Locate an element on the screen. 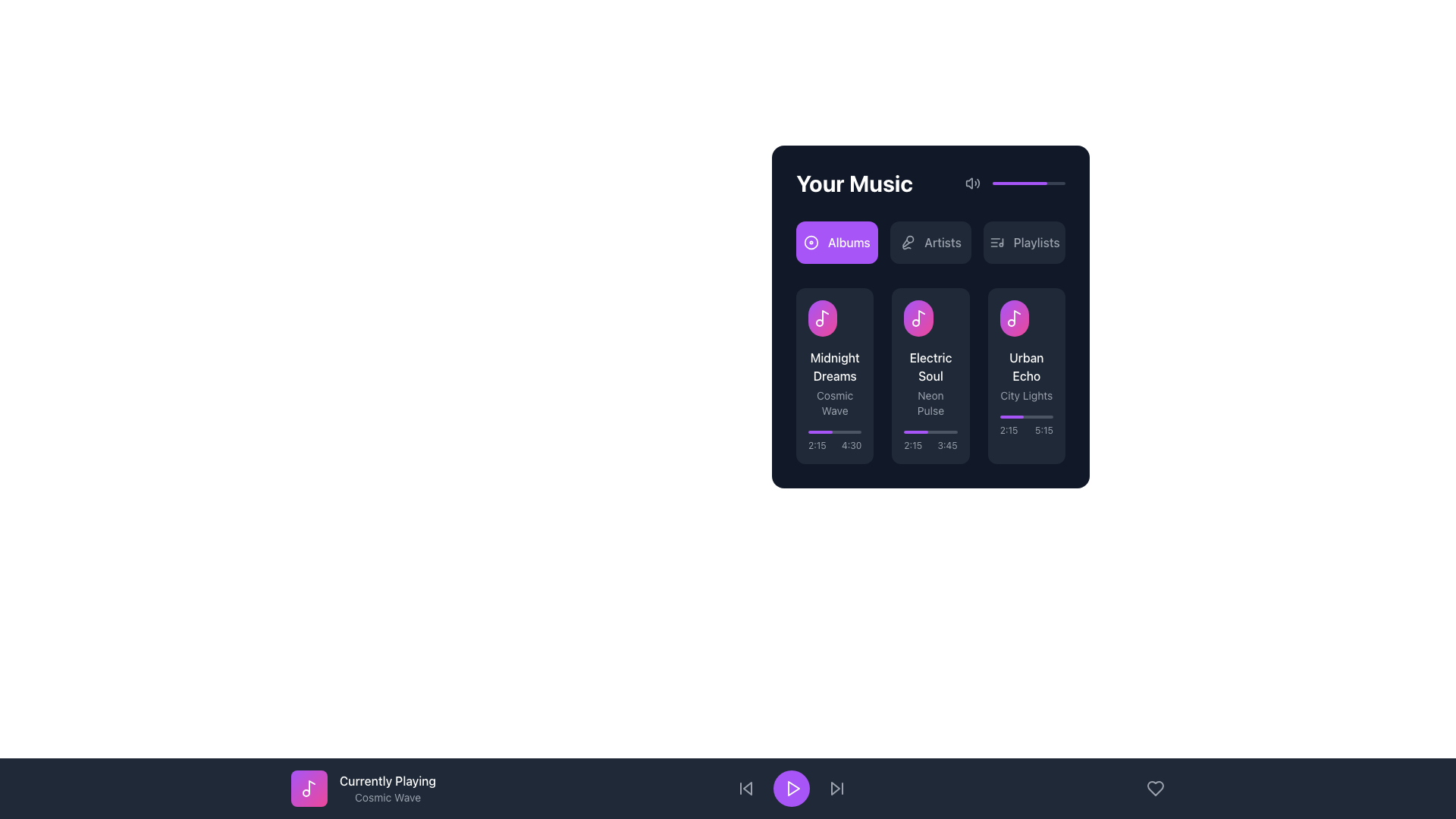 This screenshot has height=819, width=1456. elapsed time '2:15' and total time '5:15' from the playback progress bar located in the bottom section of the 'Urban Echo' card, directly below the title 'City Lights' is located at coordinates (1026, 426).